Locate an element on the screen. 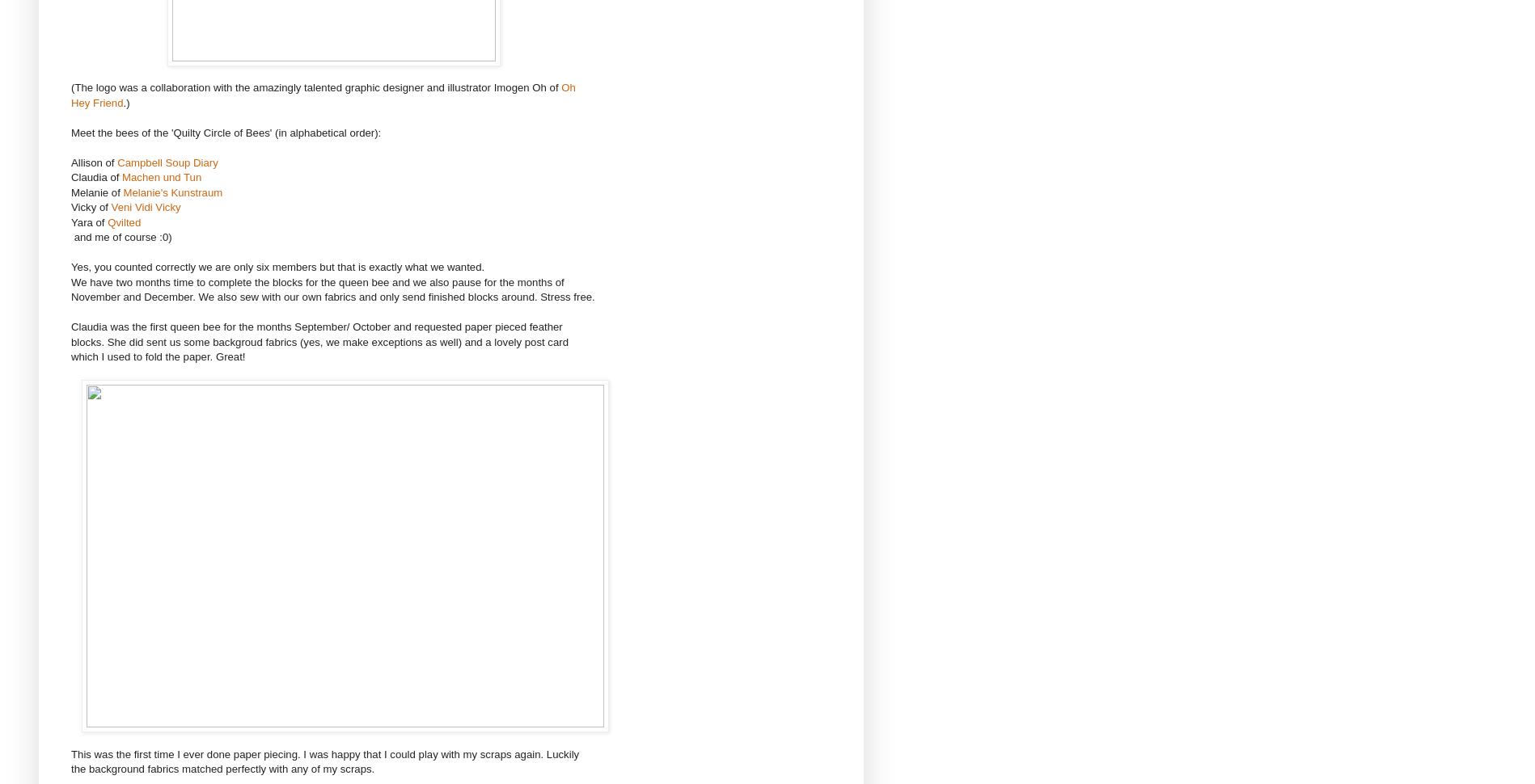 The height and width of the screenshot is (784, 1535). 'Yes, you counted correctly we are only six members but that is exactly what we wanted.' is located at coordinates (277, 267).